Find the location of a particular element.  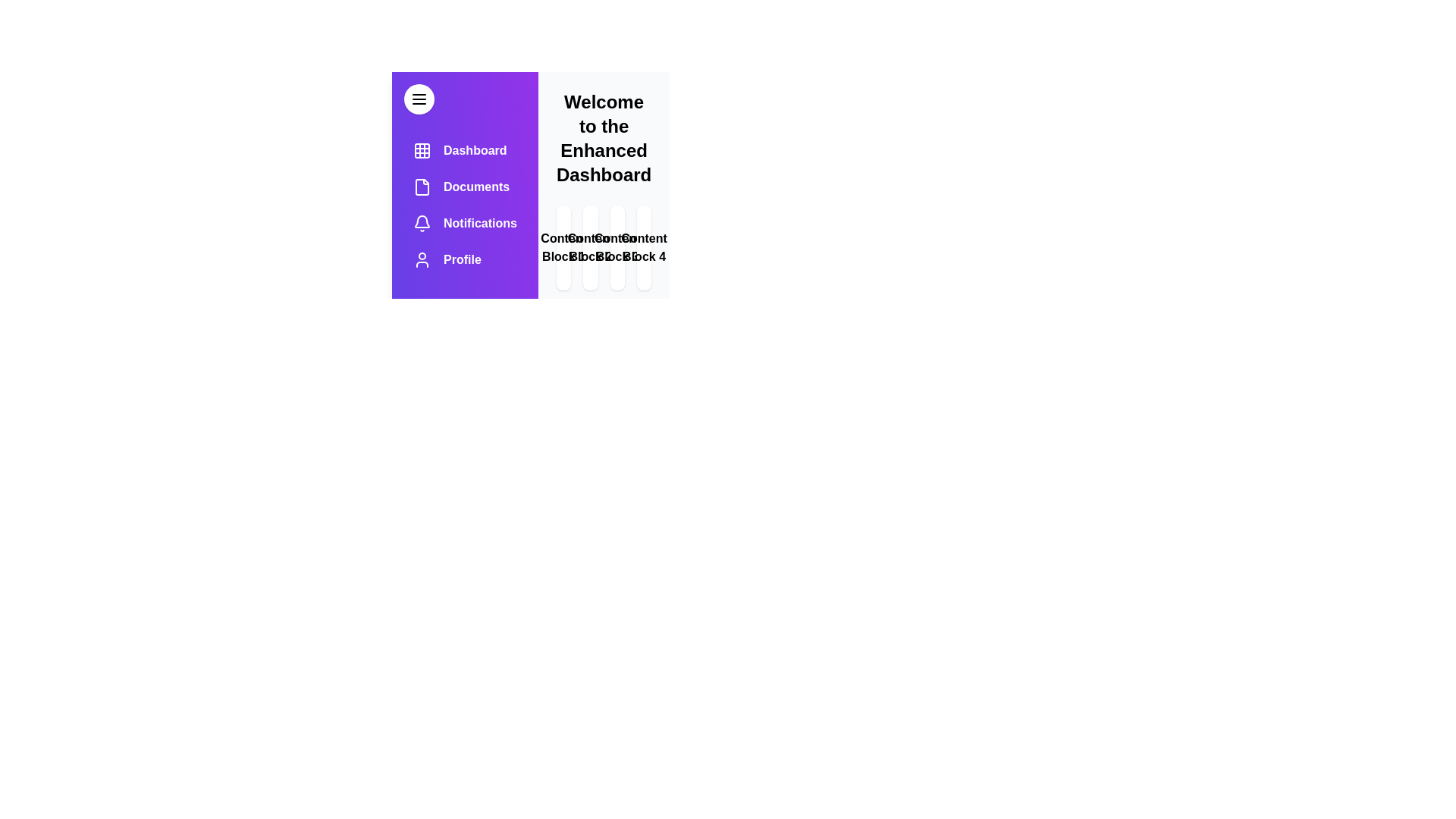

the menu item labeled Notifications is located at coordinates (464, 223).